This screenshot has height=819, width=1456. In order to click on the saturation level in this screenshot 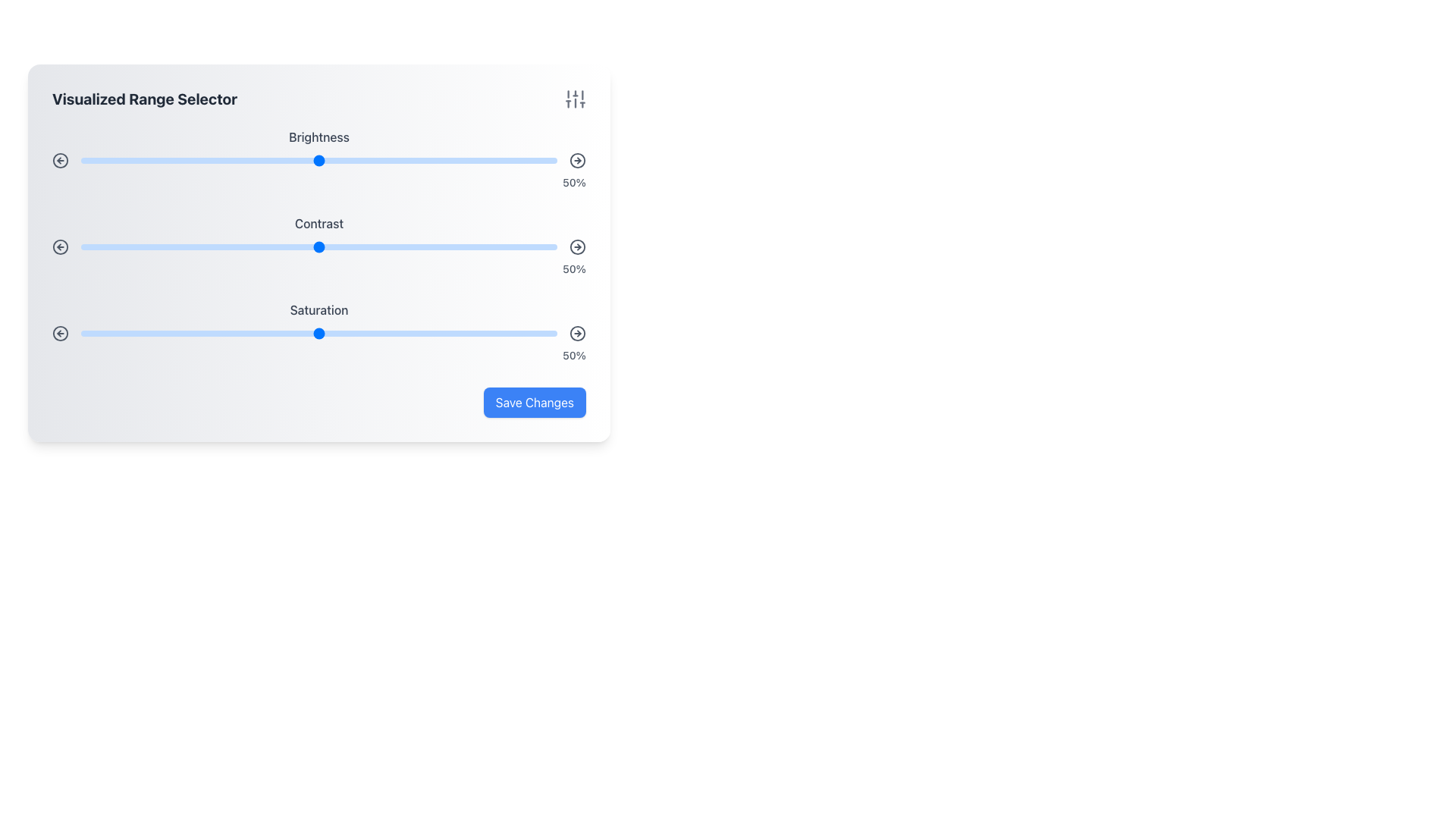, I will do `click(551, 332)`.